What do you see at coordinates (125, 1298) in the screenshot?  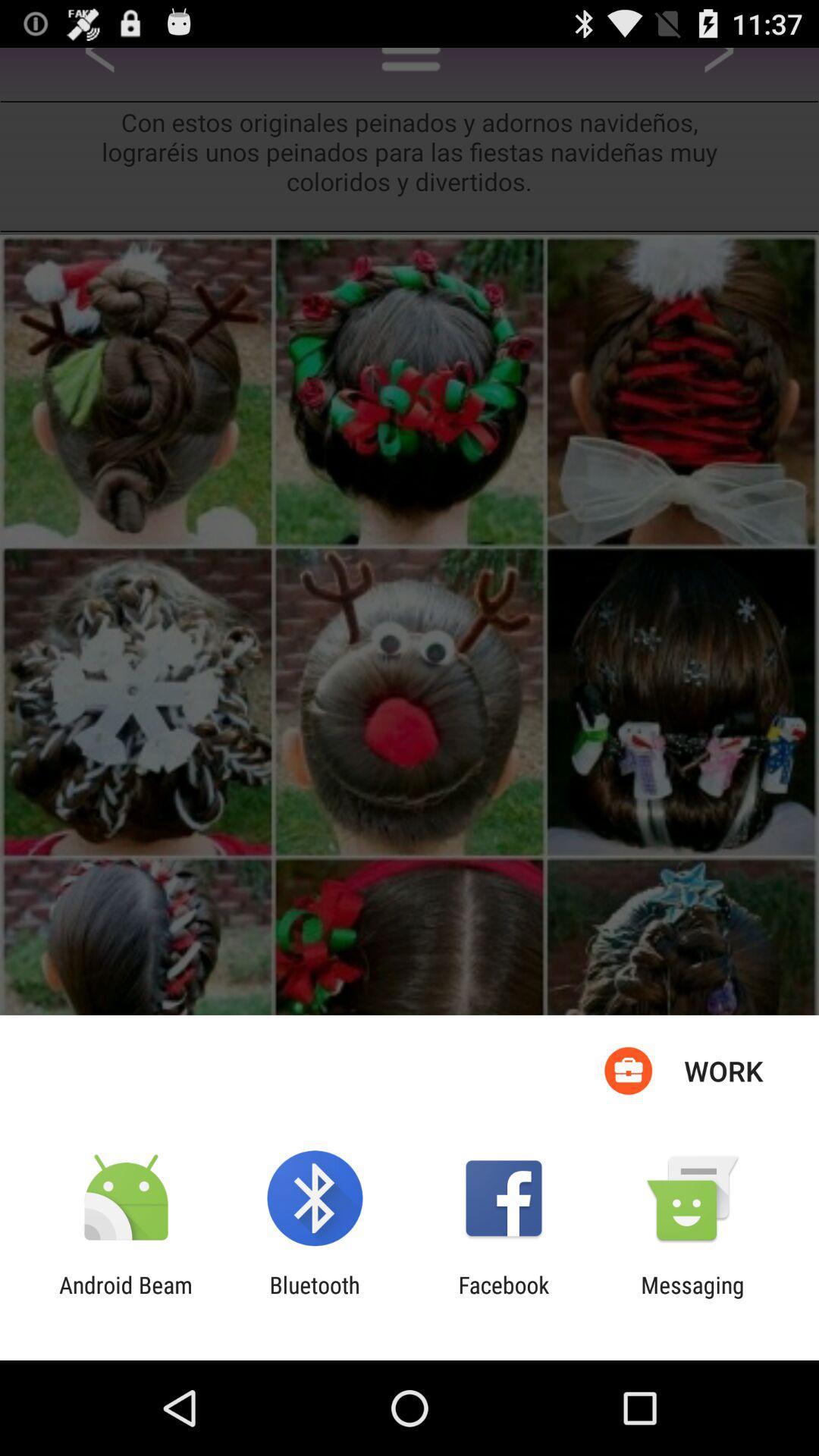 I see `item to the left of the bluetooth item` at bounding box center [125, 1298].